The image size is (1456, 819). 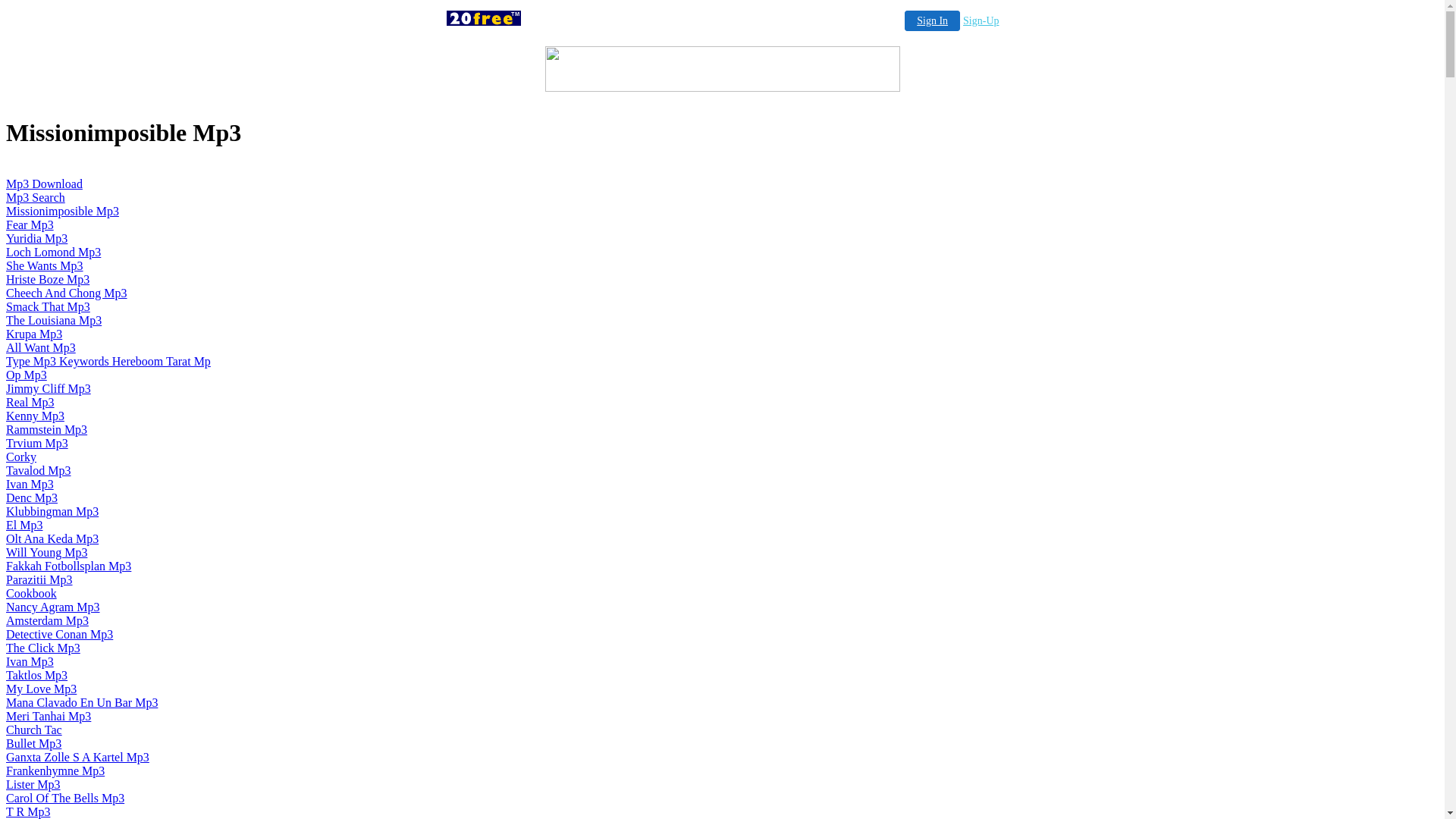 What do you see at coordinates (33, 784) in the screenshot?
I see `'Lister Mp3'` at bounding box center [33, 784].